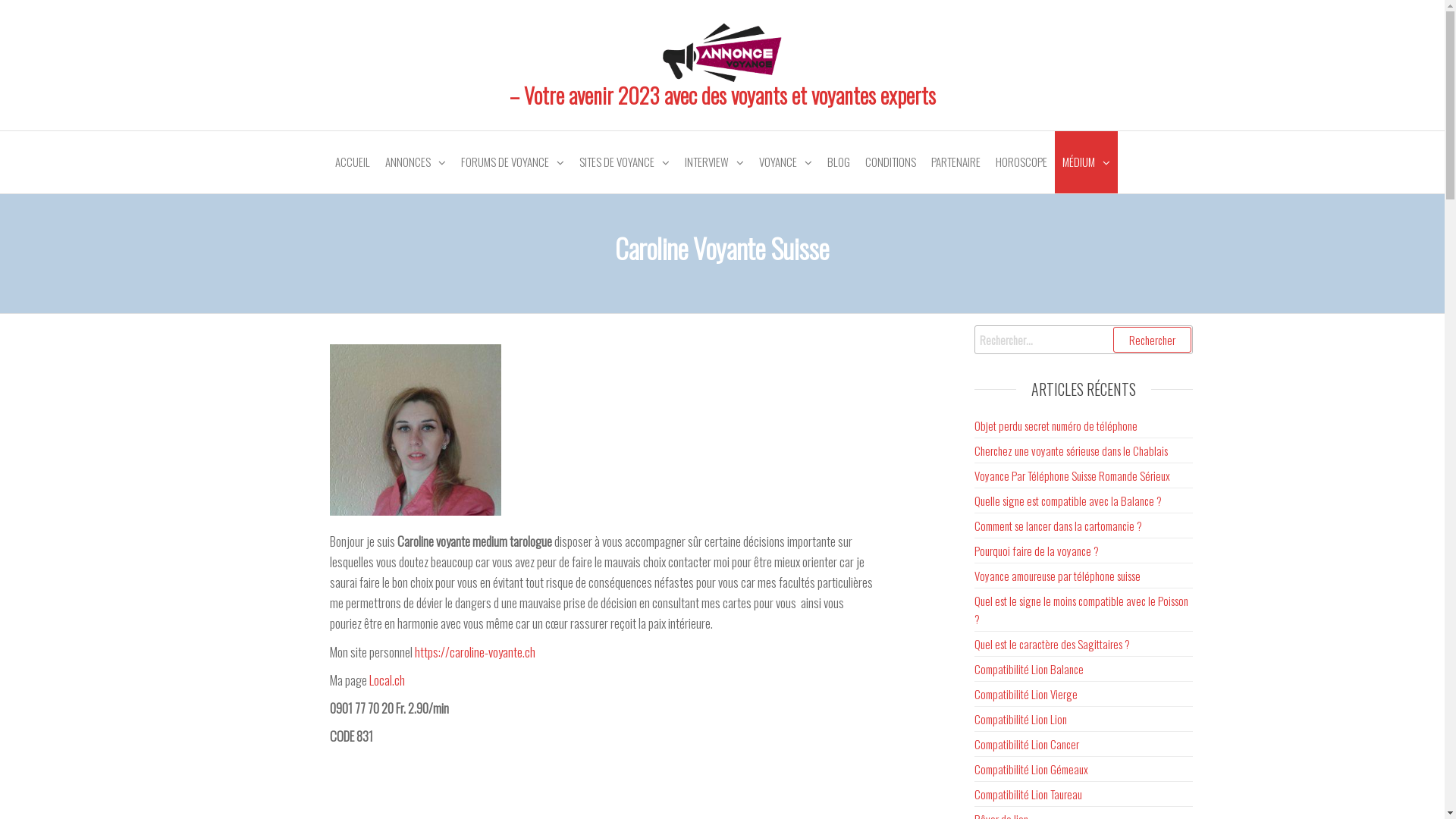  I want to click on 'Quelle signe est compatible avec la Balance ?', so click(1067, 500).